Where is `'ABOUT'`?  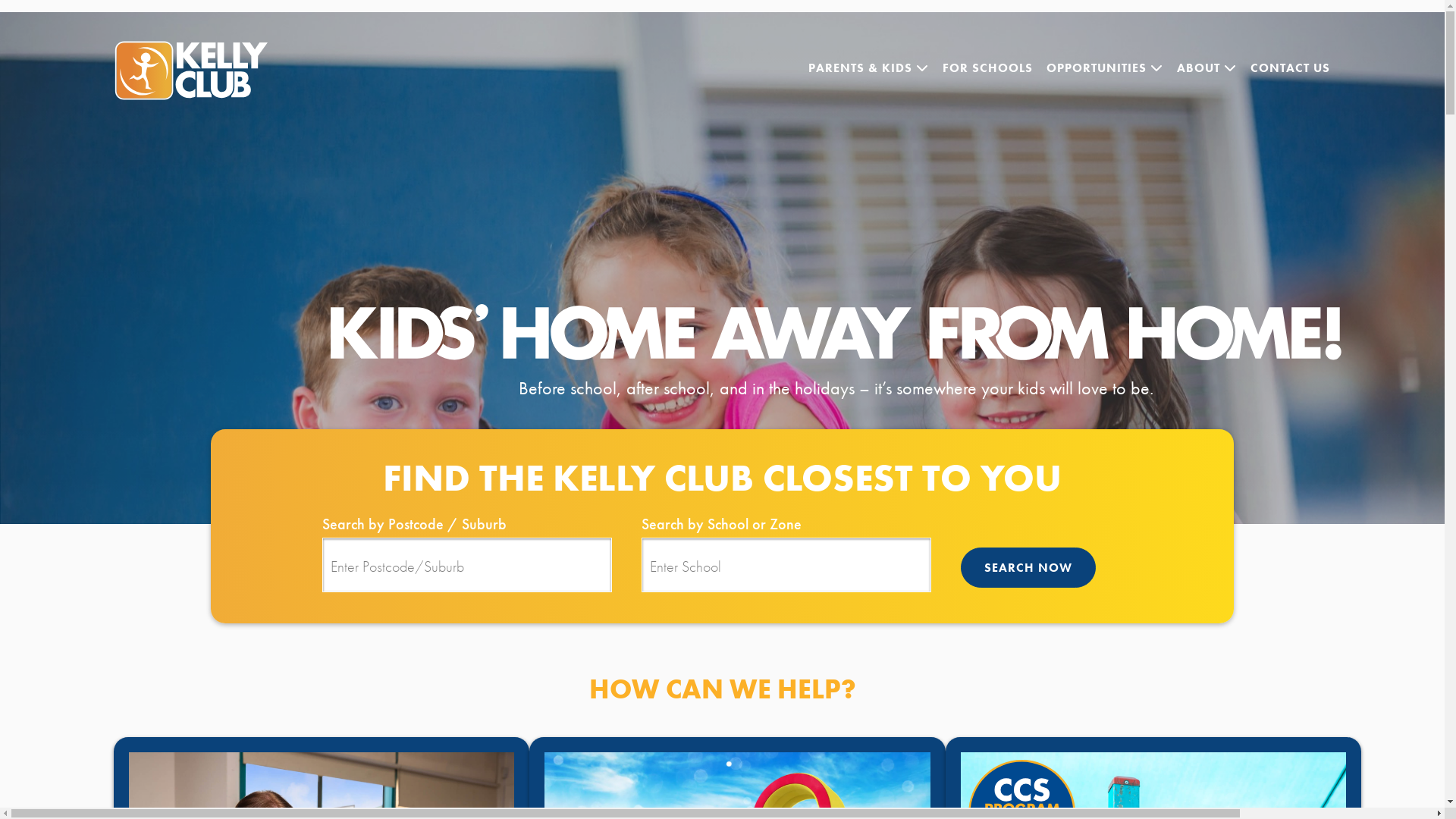 'ABOUT' is located at coordinates (1206, 67).